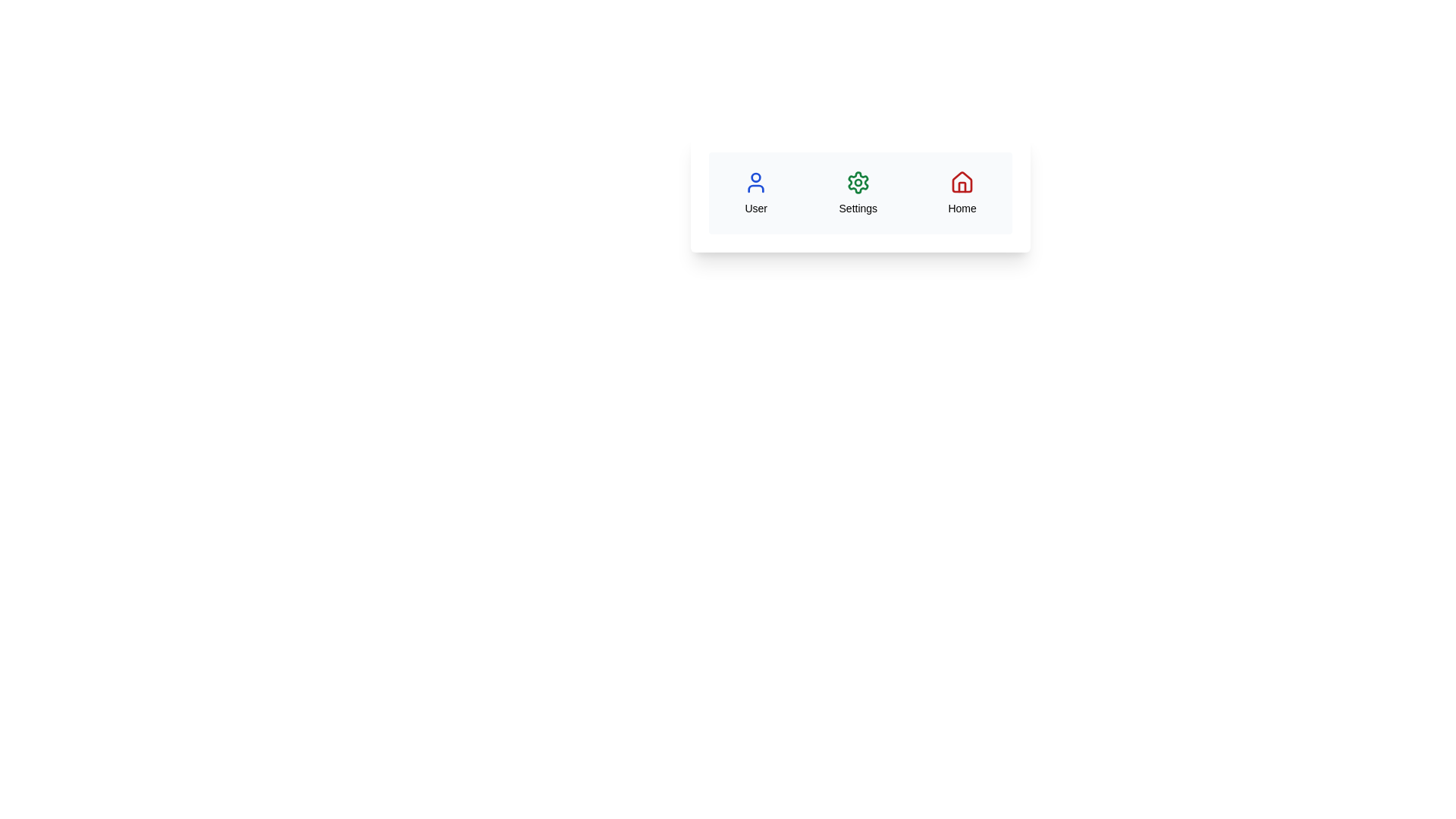 This screenshot has width=1456, height=819. Describe the element at coordinates (756, 192) in the screenshot. I see `the User button, which features a blue icon of a person above the label 'User' in black font` at that location.